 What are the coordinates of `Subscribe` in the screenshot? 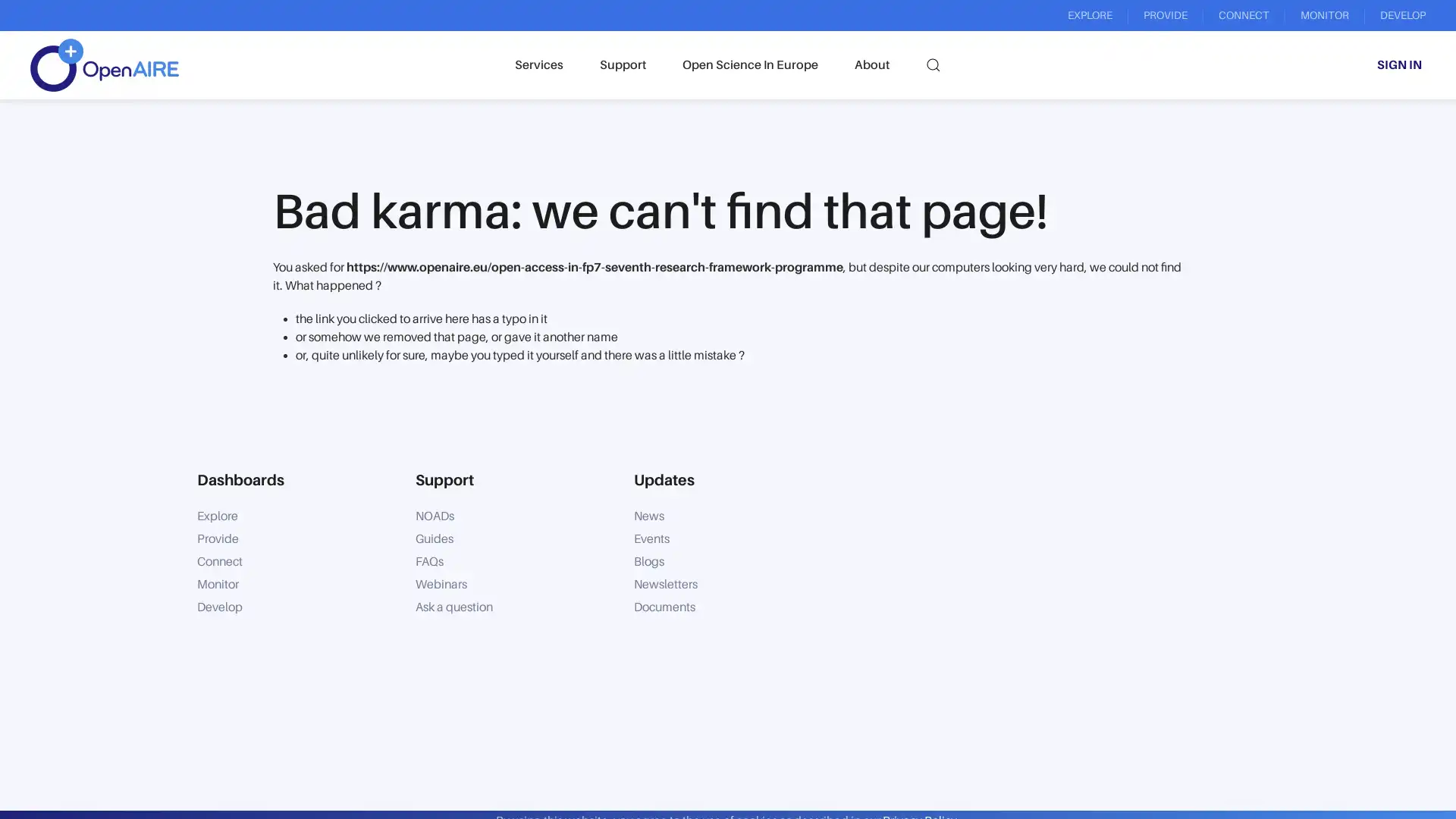 It's located at (902, 745).